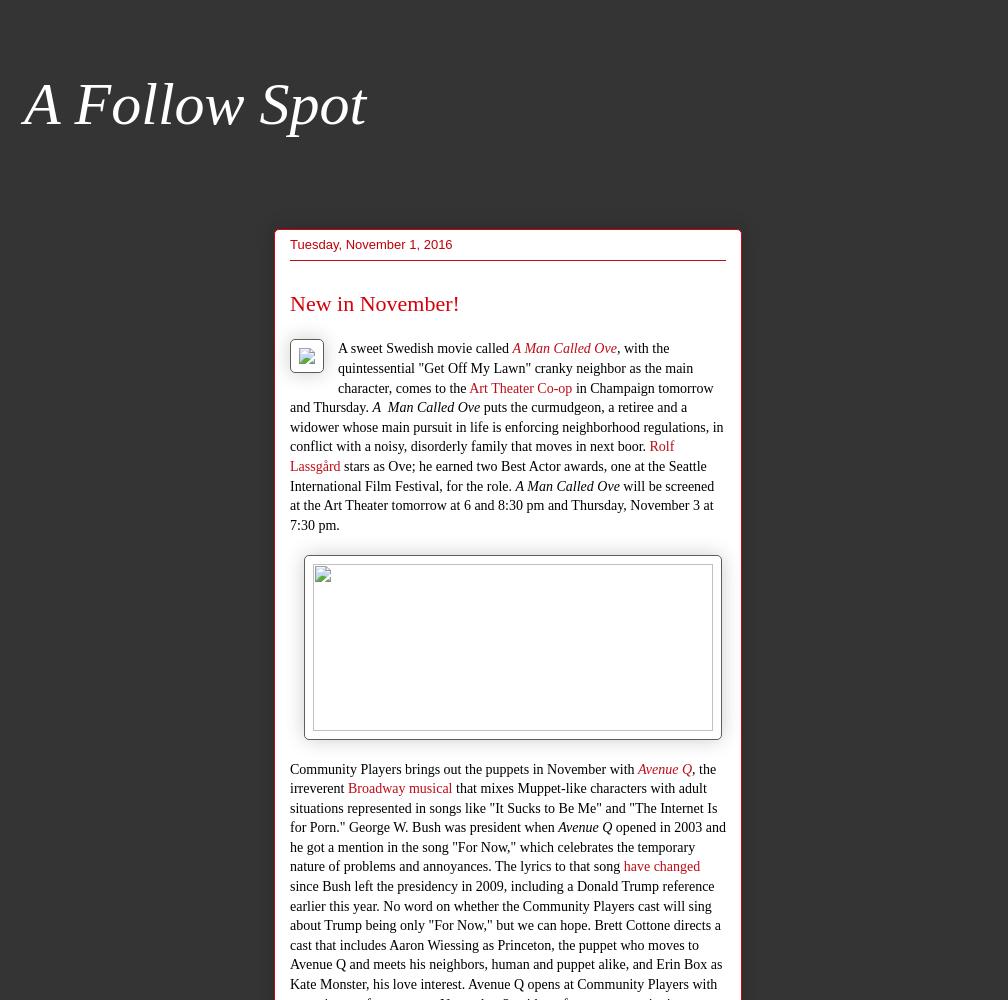 The image size is (1008, 1000). Describe the element at coordinates (469, 387) in the screenshot. I see `'Art Theater Co-op'` at that location.